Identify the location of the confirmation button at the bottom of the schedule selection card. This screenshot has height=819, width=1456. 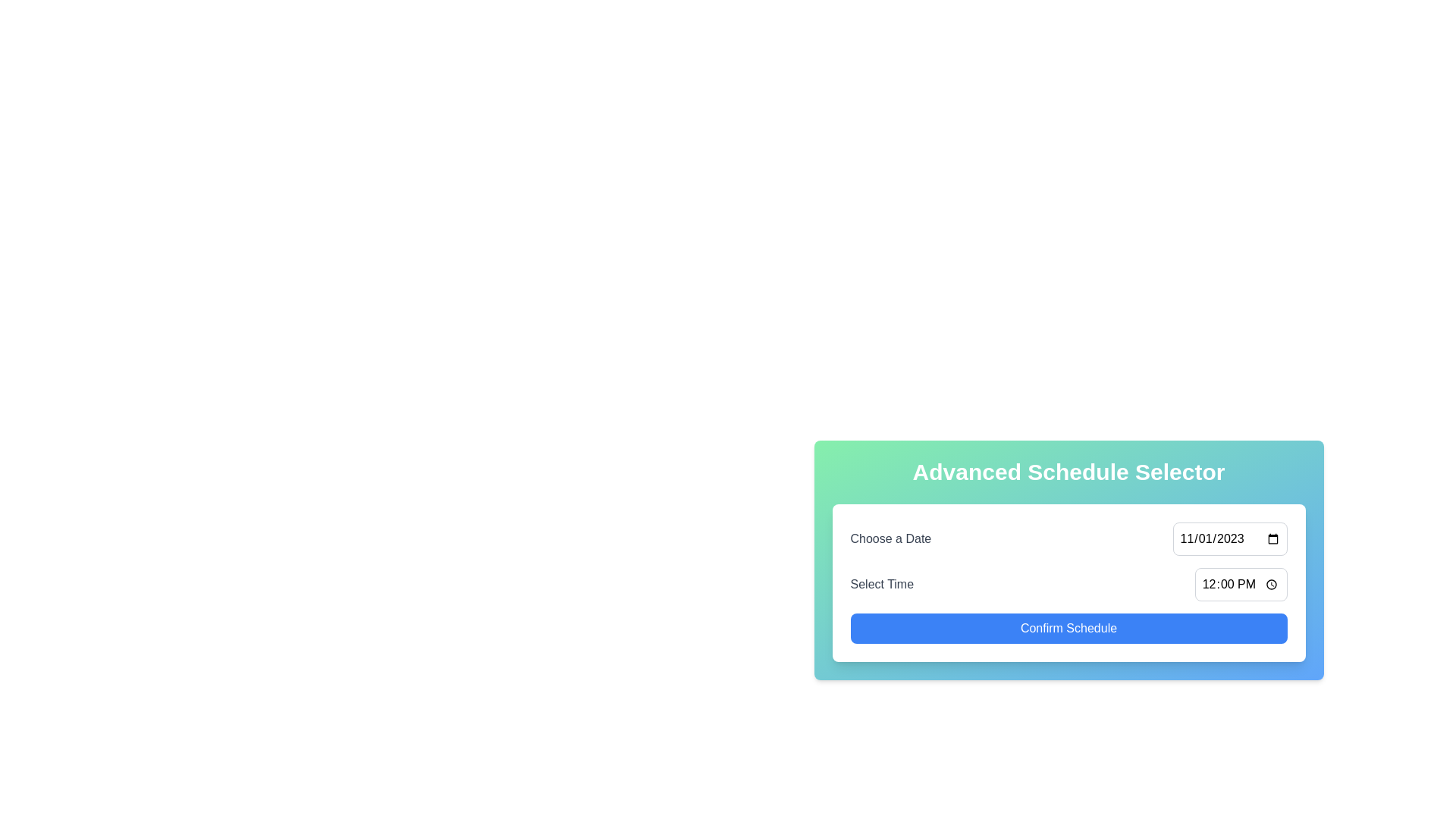
(1068, 629).